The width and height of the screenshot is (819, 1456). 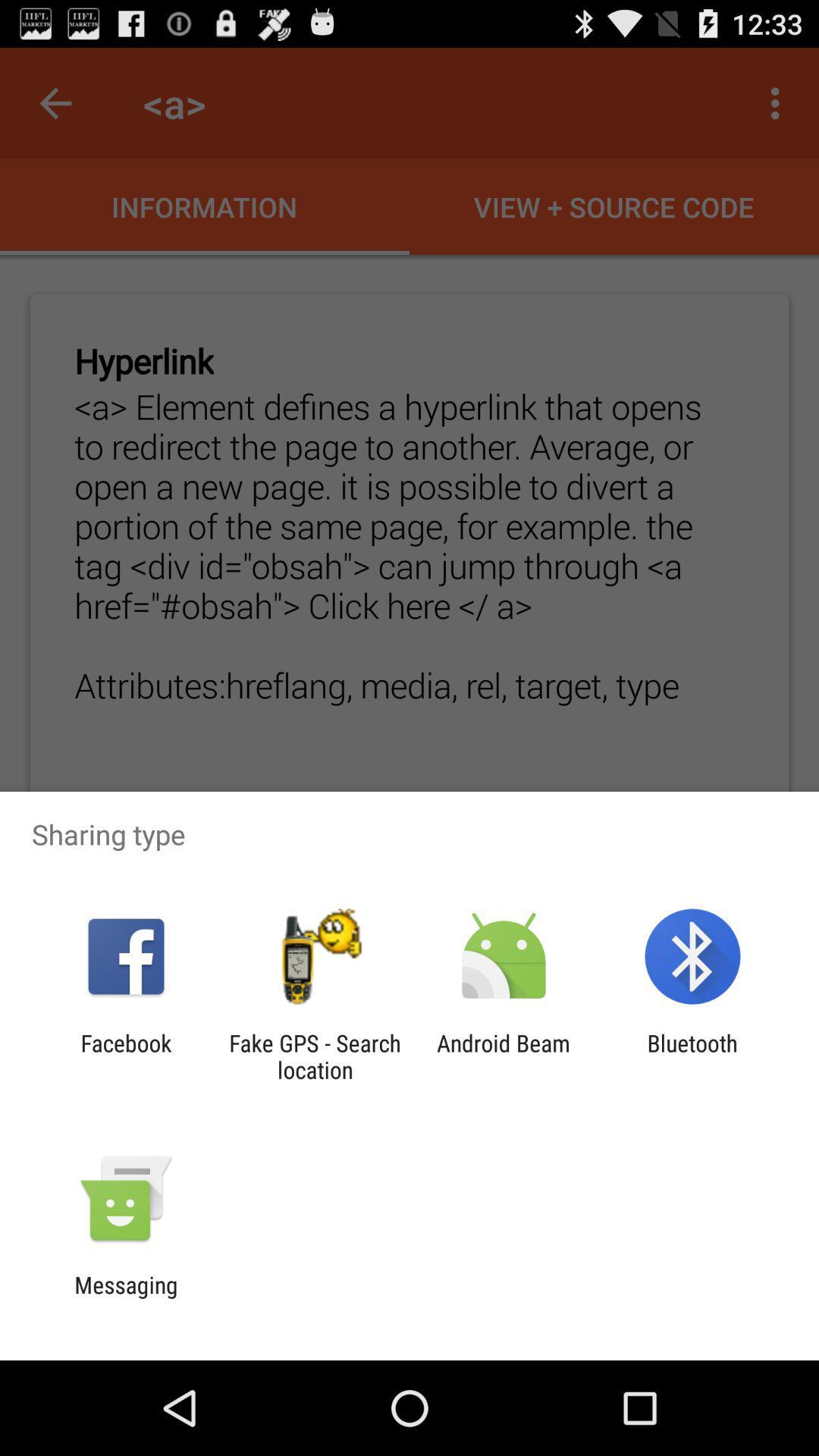 I want to click on the android beam item, so click(x=504, y=1056).